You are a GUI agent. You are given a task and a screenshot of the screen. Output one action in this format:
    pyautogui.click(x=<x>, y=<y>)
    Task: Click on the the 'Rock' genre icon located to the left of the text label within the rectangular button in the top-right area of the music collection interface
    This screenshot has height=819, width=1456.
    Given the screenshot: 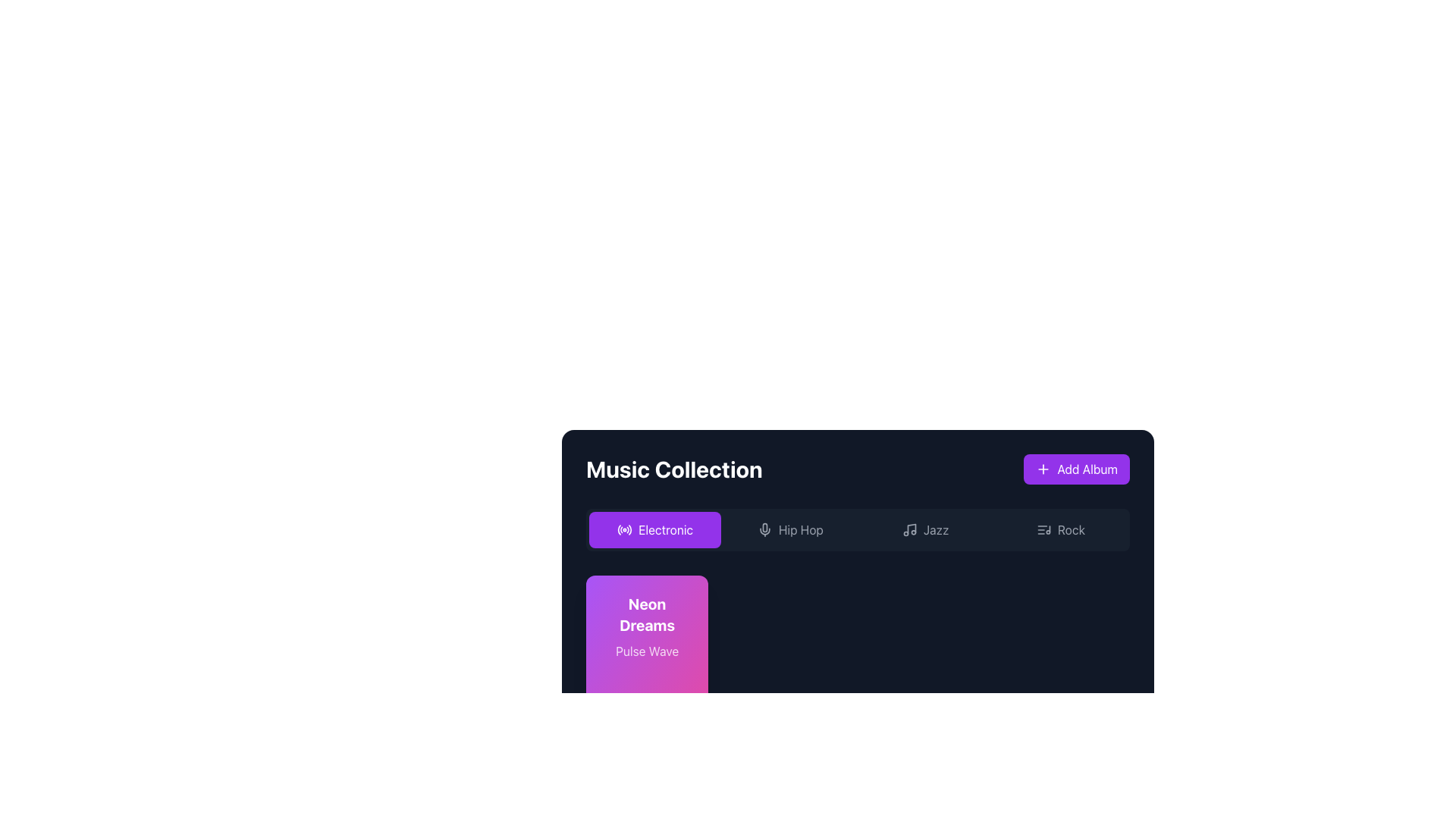 What is the action you would take?
    pyautogui.click(x=1043, y=529)
    